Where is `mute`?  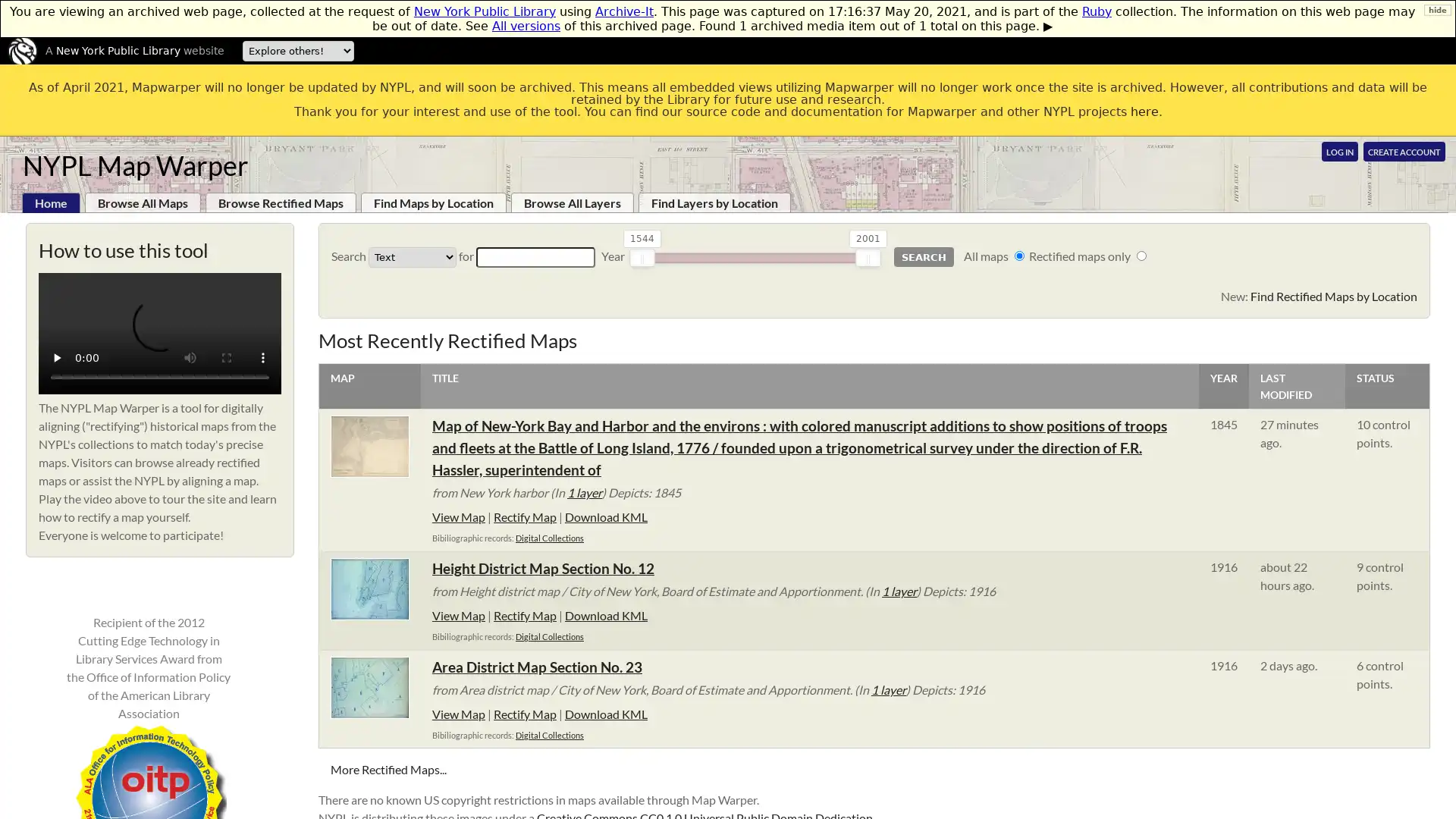 mute is located at coordinates (189, 357).